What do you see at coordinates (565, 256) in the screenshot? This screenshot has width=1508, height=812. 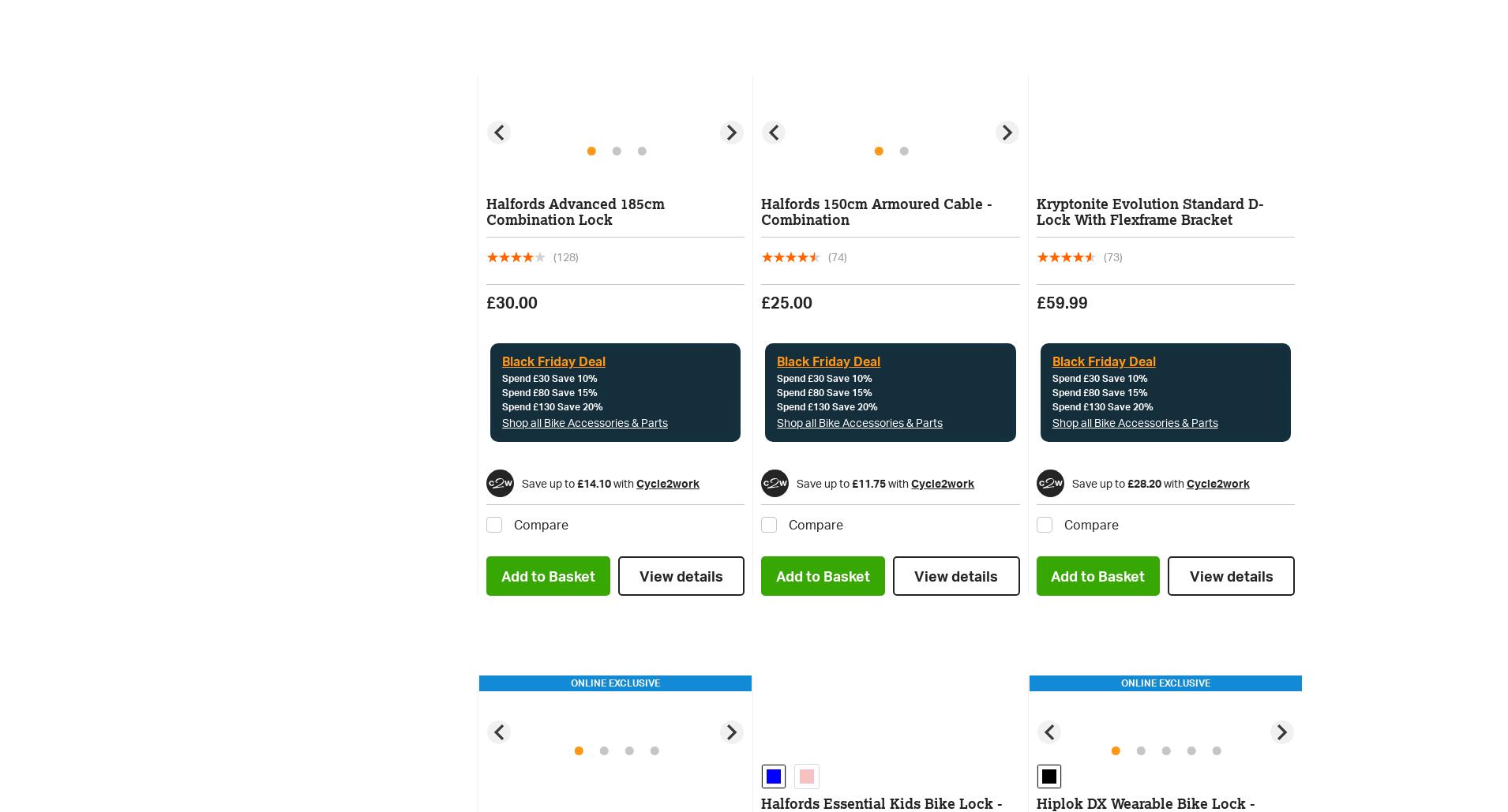 I see `'(128)'` at bounding box center [565, 256].